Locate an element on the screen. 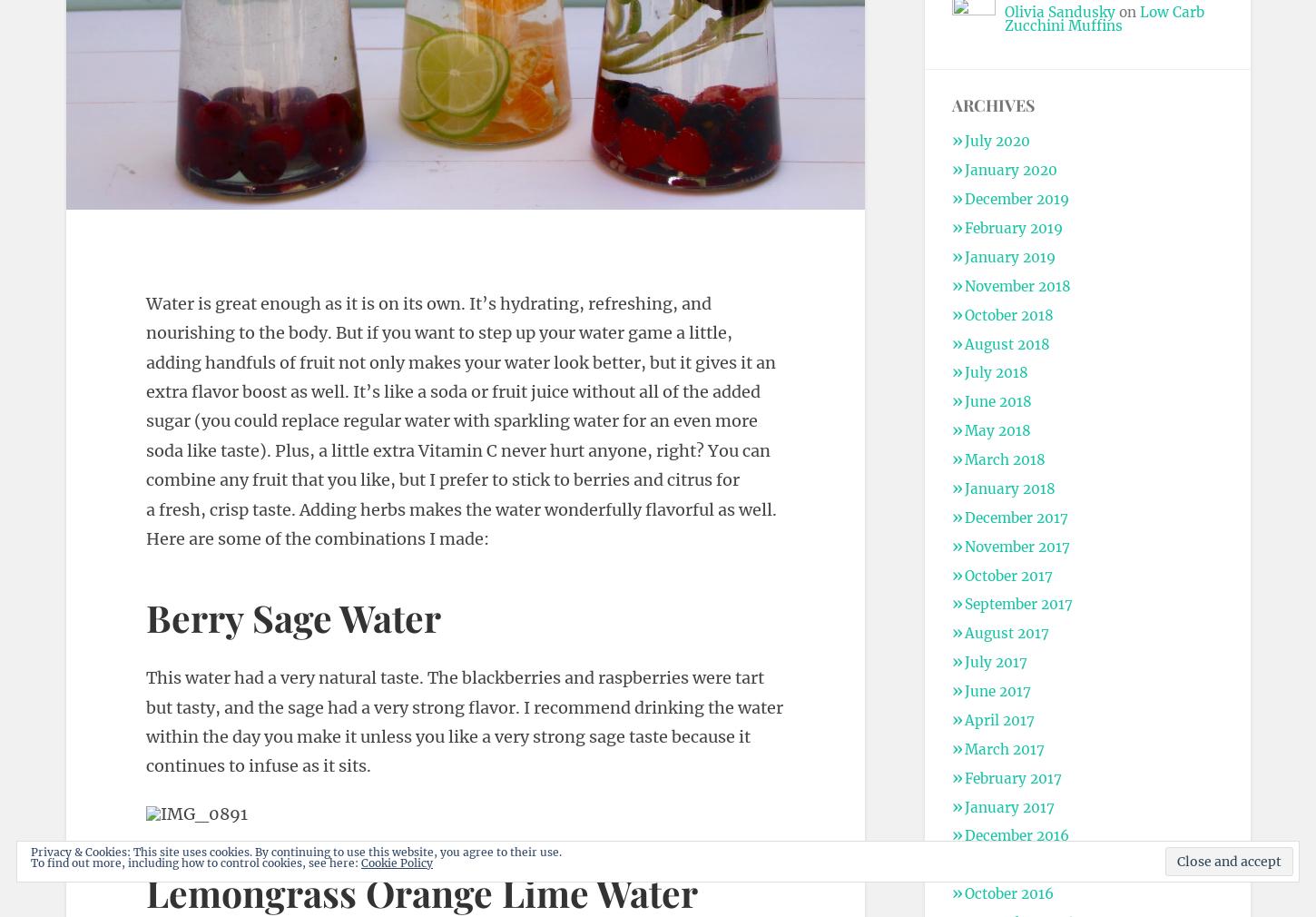  'Cookie Policy' is located at coordinates (396, 863).